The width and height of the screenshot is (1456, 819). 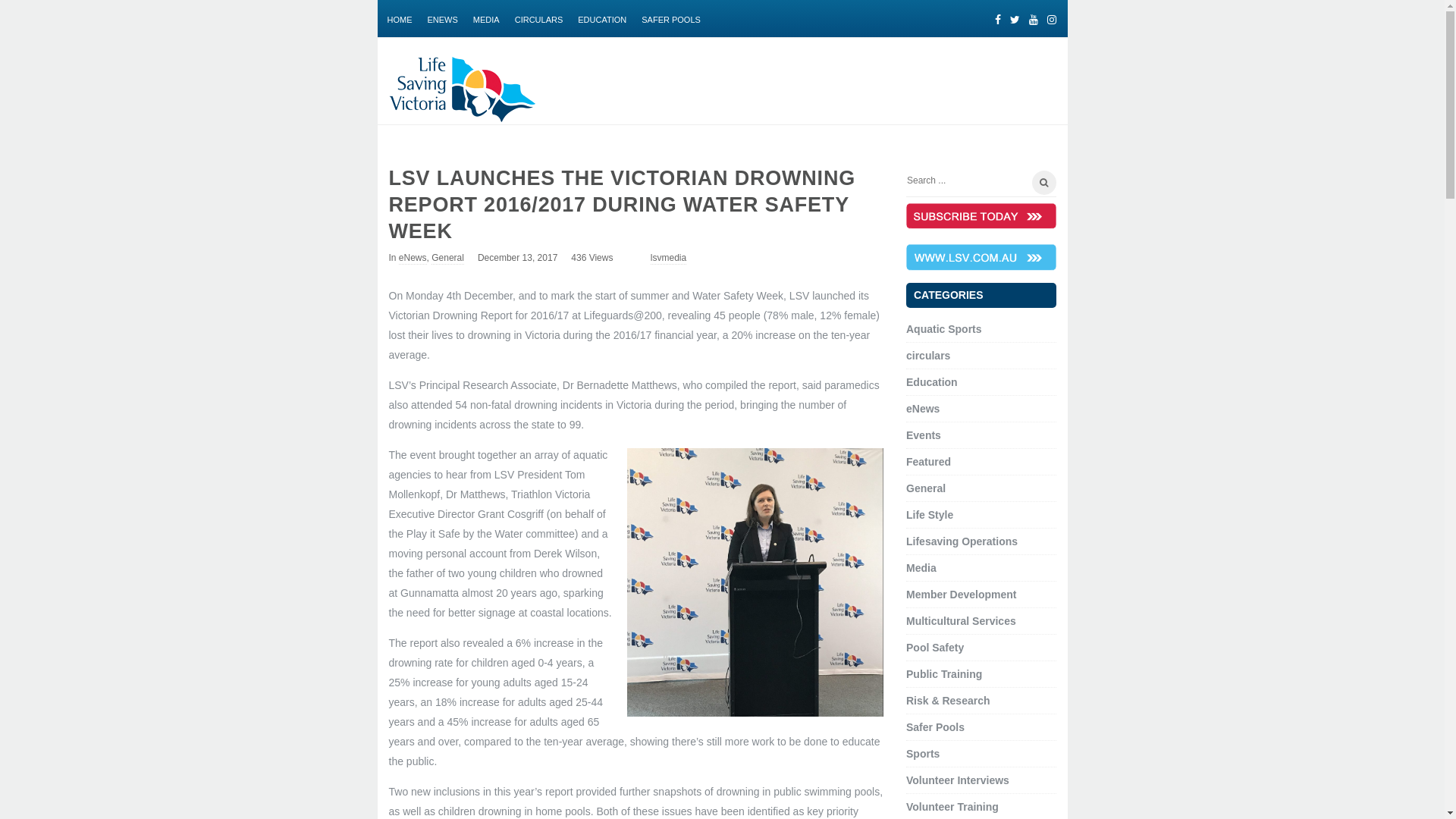 What do you see at coordinates (486, 18) in the screenshot?
I see `'MEDIA'` at bounding box center [486, 18].